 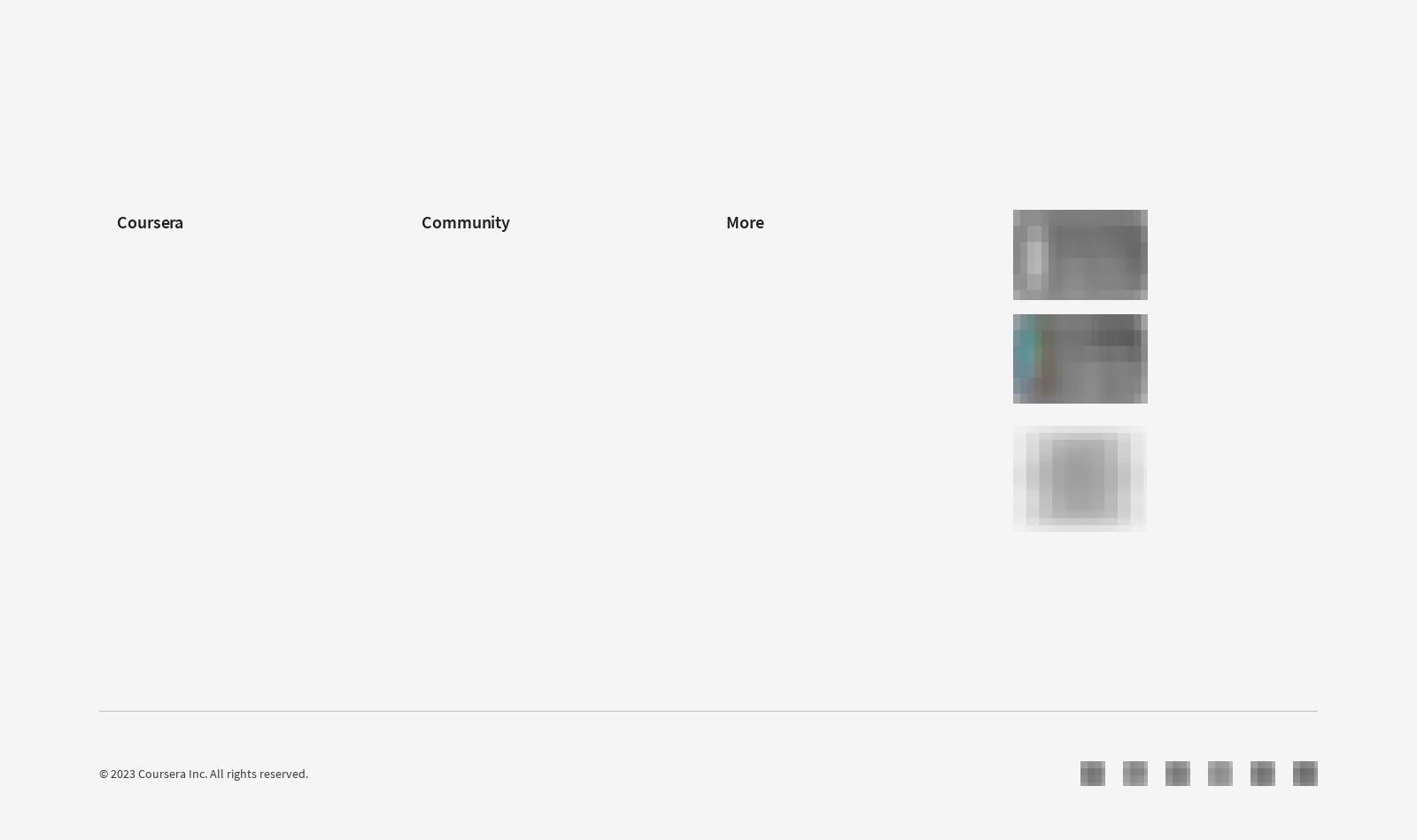 What do you see at coordinates (724, 385) in the screenshot?
I see `'Accessibility'` at bounding box center [724, 385].